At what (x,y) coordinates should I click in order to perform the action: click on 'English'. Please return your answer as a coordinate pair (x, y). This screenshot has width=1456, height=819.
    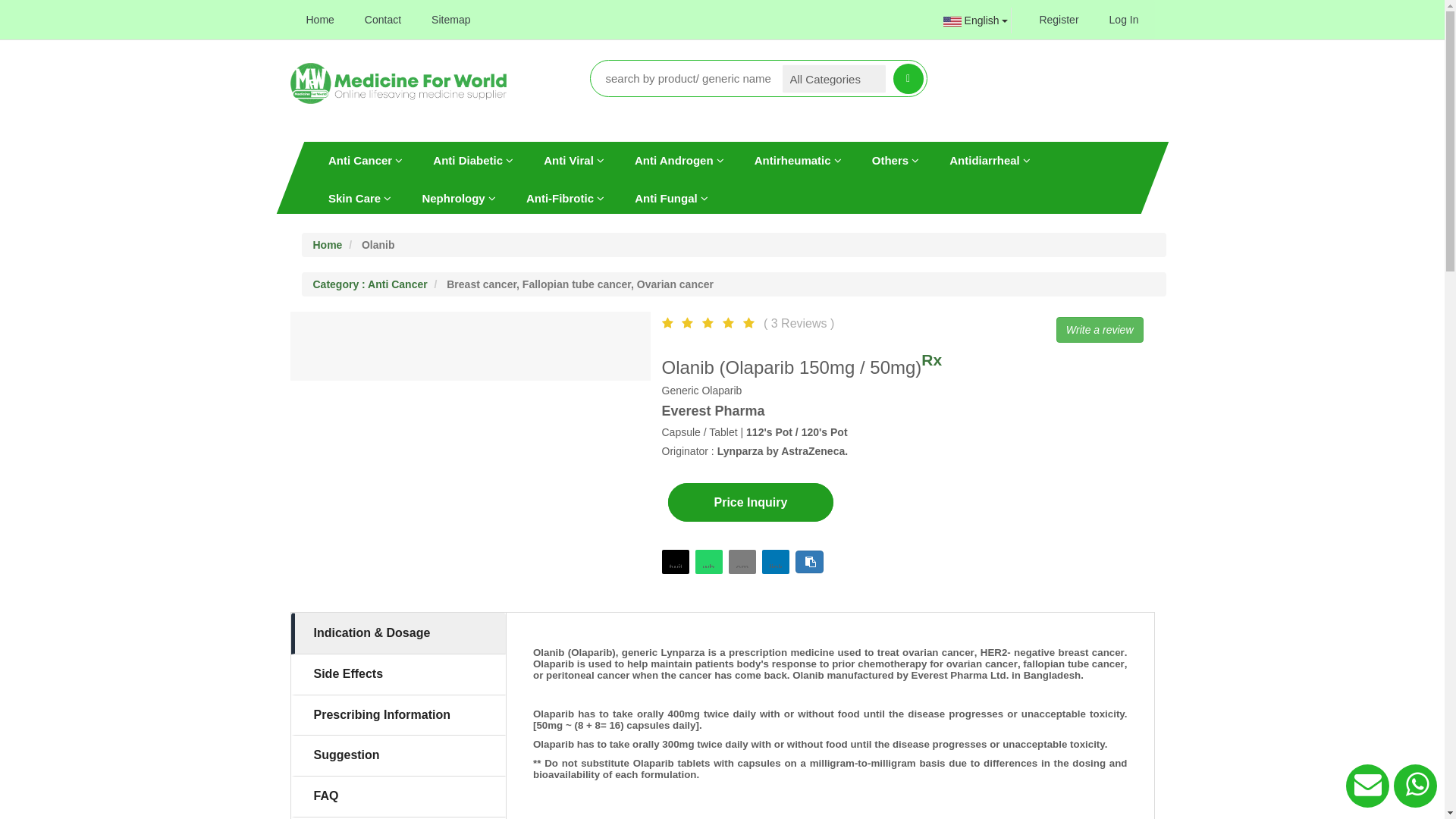
    Looking at the image, I should click on (932, 20).